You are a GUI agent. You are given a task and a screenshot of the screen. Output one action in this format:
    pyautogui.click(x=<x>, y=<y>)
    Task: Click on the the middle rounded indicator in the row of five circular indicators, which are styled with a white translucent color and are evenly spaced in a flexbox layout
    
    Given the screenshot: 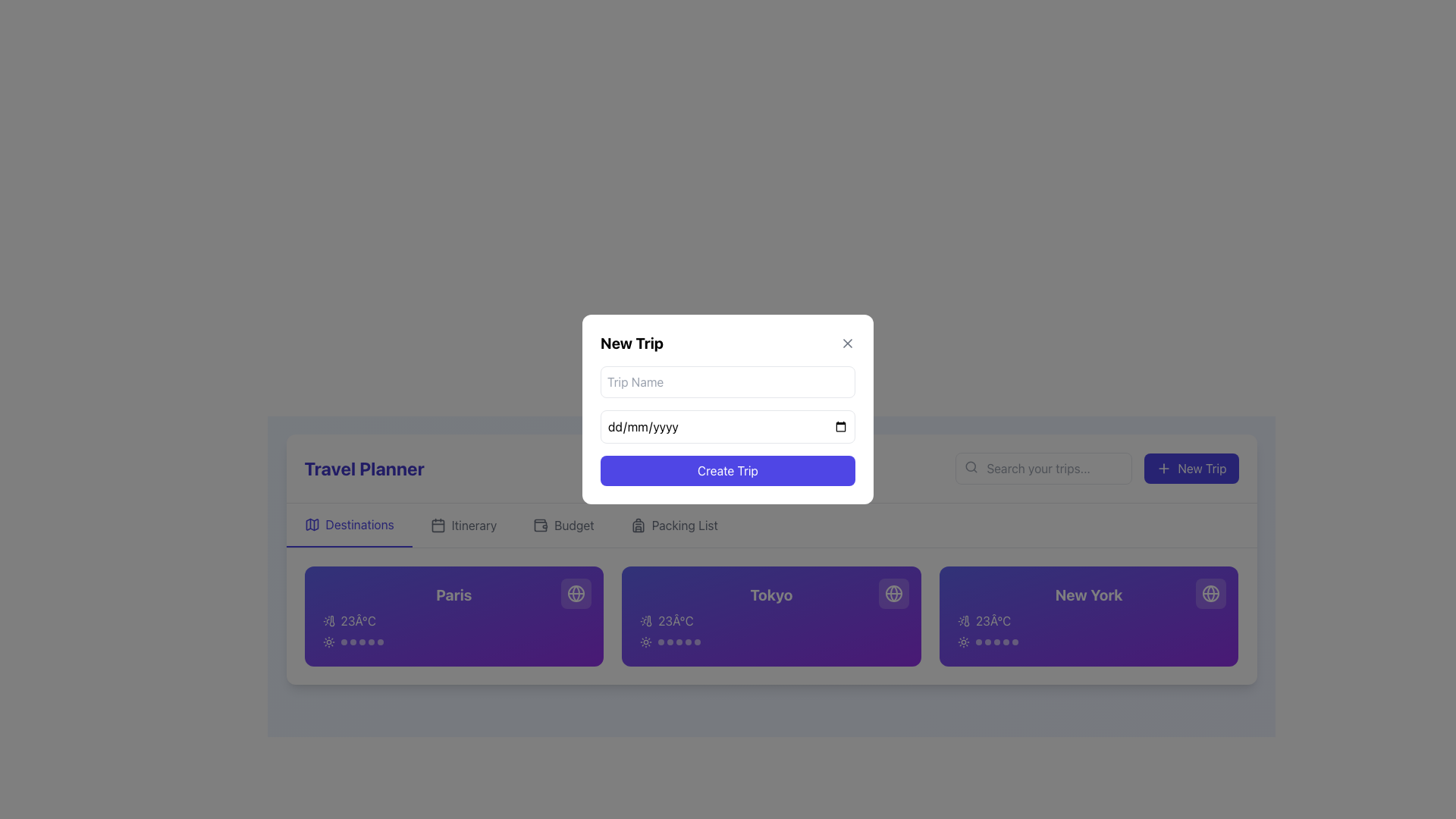 What is the action you would take?
    pyautogui.click(x=679, y=642)
    